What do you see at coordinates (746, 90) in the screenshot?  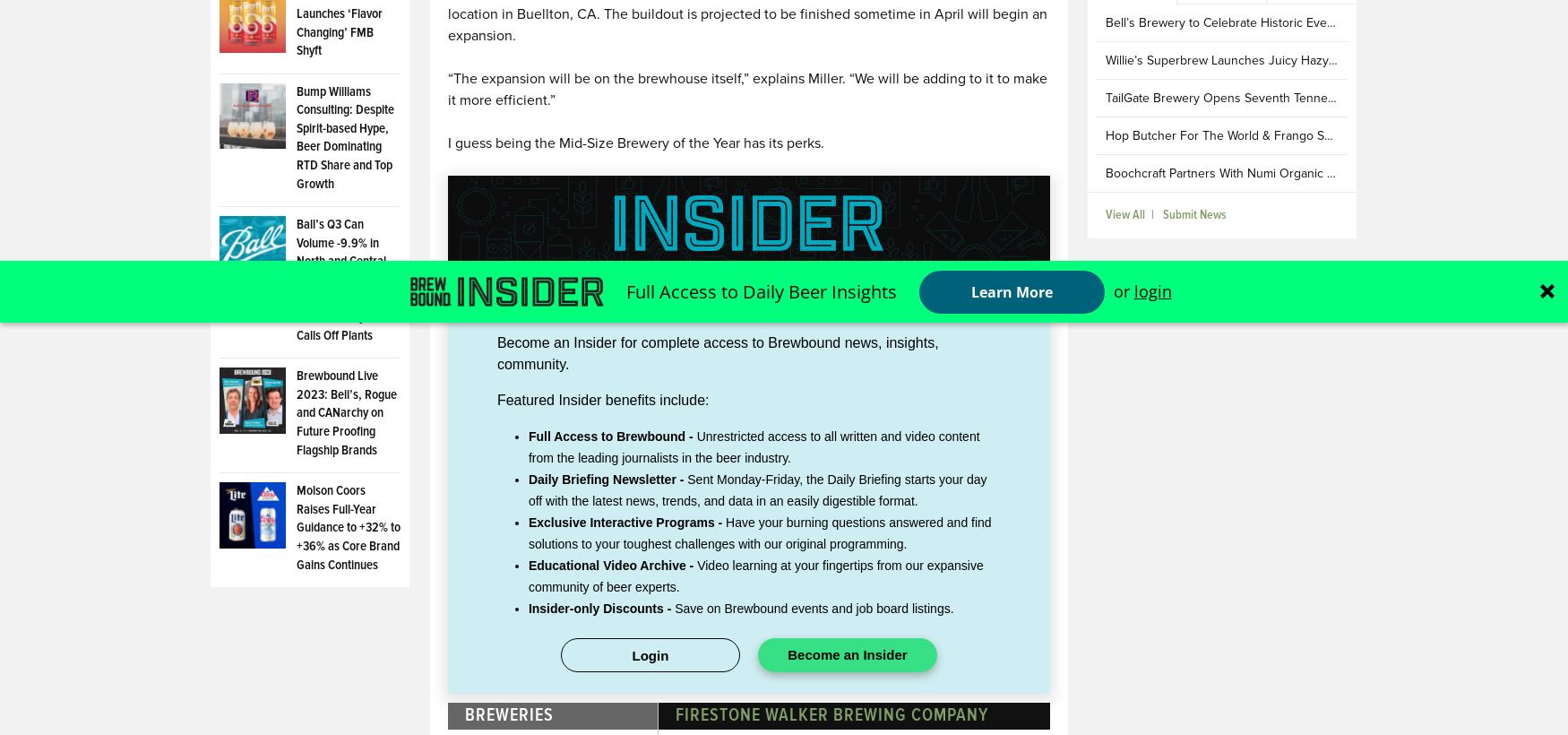 I see `'“The expansion will be on the brewhouse itself,” explains Miller. “We will be adding to it to make it more efficient.”'` at bounding box center [746, 90].